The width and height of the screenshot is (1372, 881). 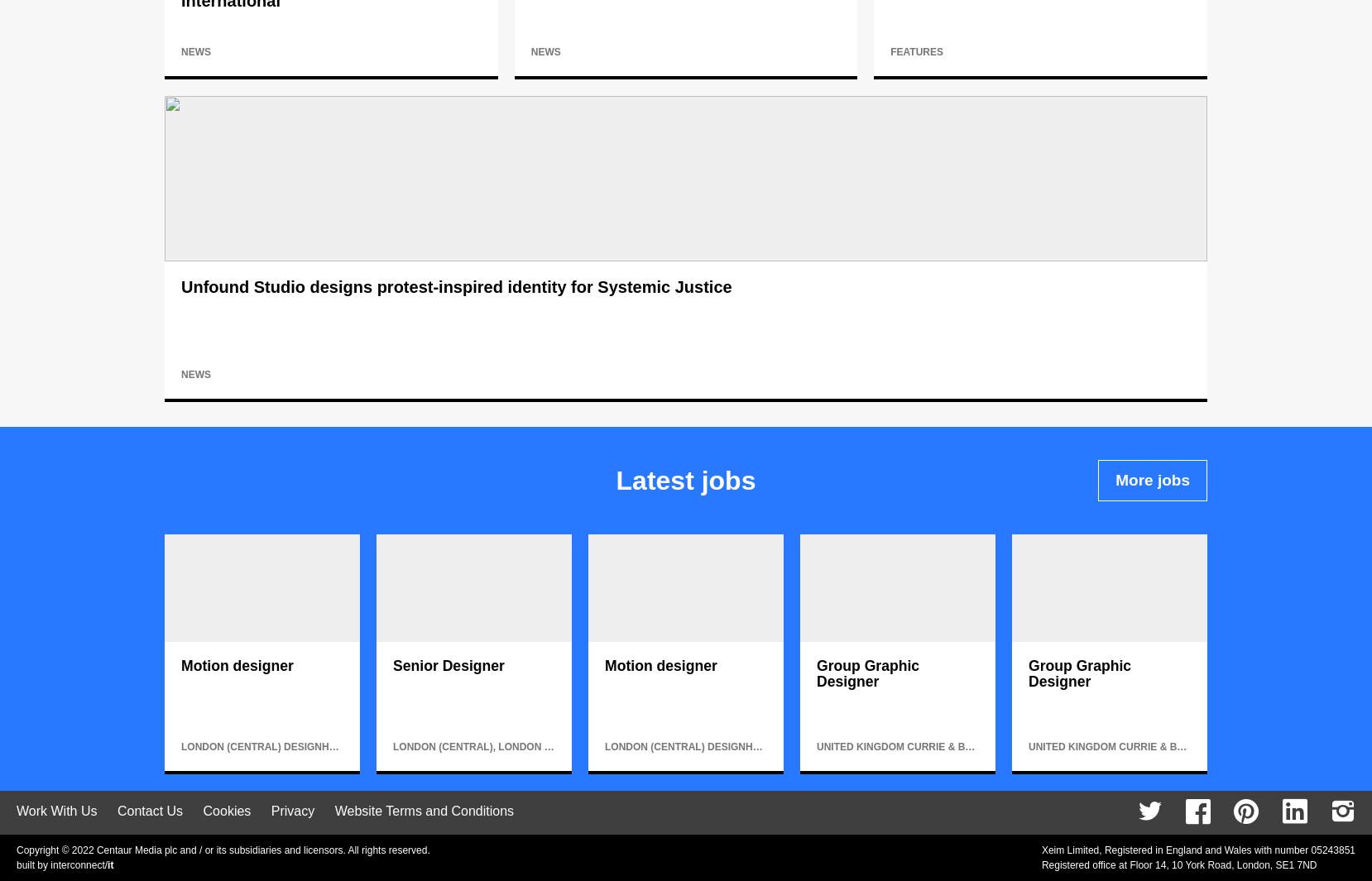 I want to click on 'More jobs', so click(x=1152, y=480).